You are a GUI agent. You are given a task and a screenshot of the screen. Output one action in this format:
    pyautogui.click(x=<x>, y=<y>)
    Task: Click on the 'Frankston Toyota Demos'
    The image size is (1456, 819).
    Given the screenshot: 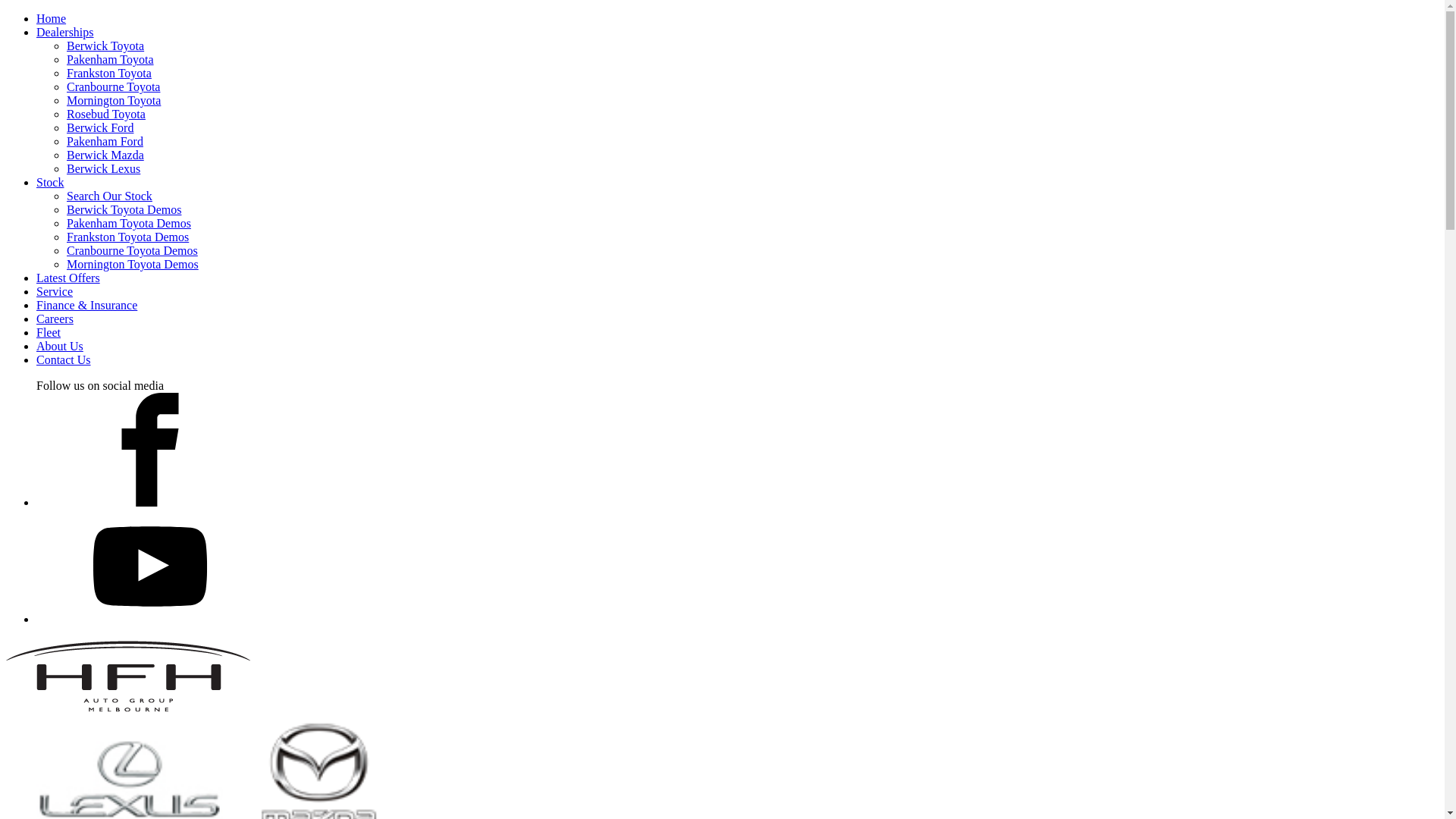 What is the action you would take?
    pyautogui.click(x=127, y=237)
    